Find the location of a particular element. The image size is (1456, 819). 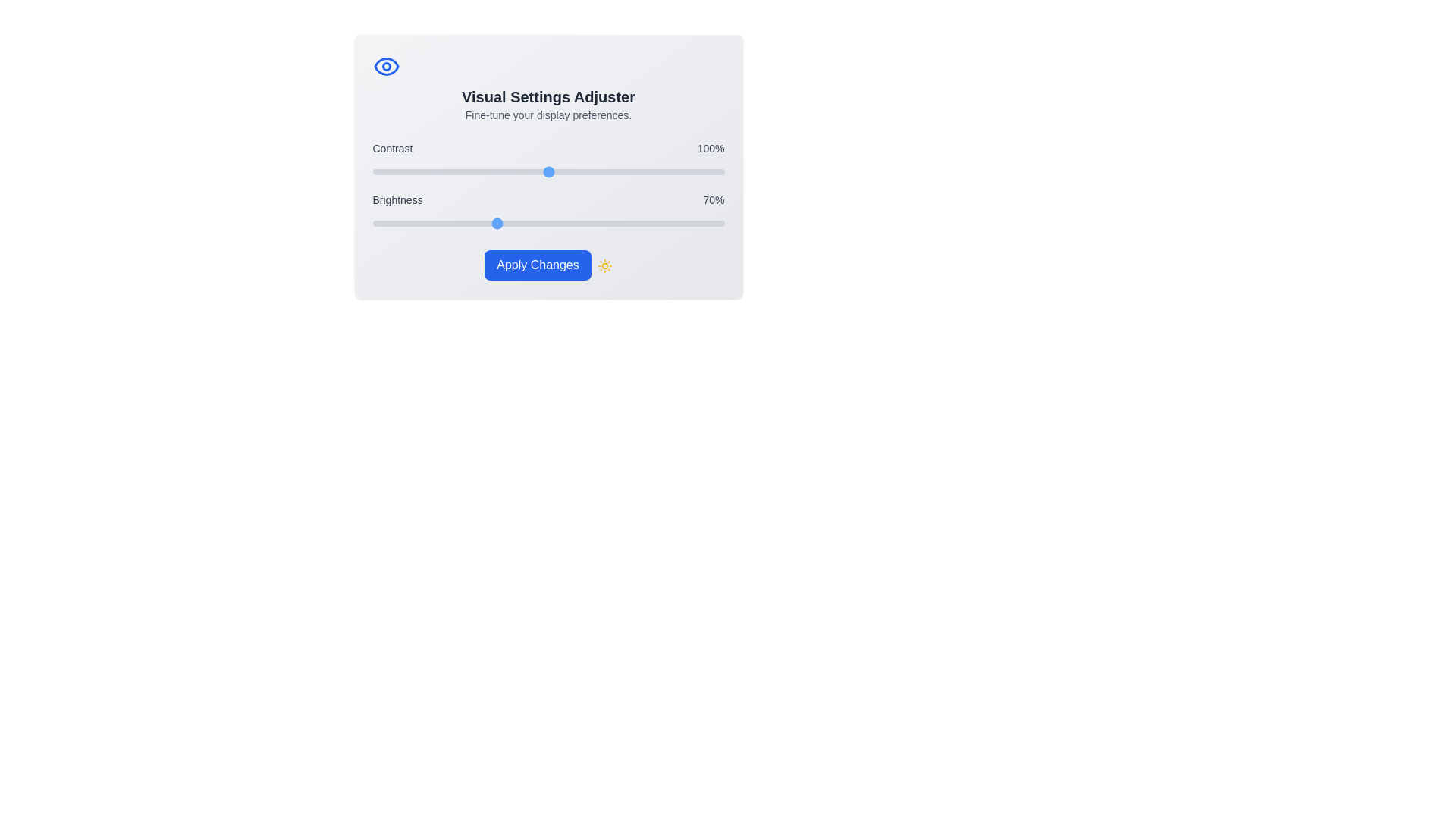

the 'Eye' icon in the header is located at coordinates (386, 66).